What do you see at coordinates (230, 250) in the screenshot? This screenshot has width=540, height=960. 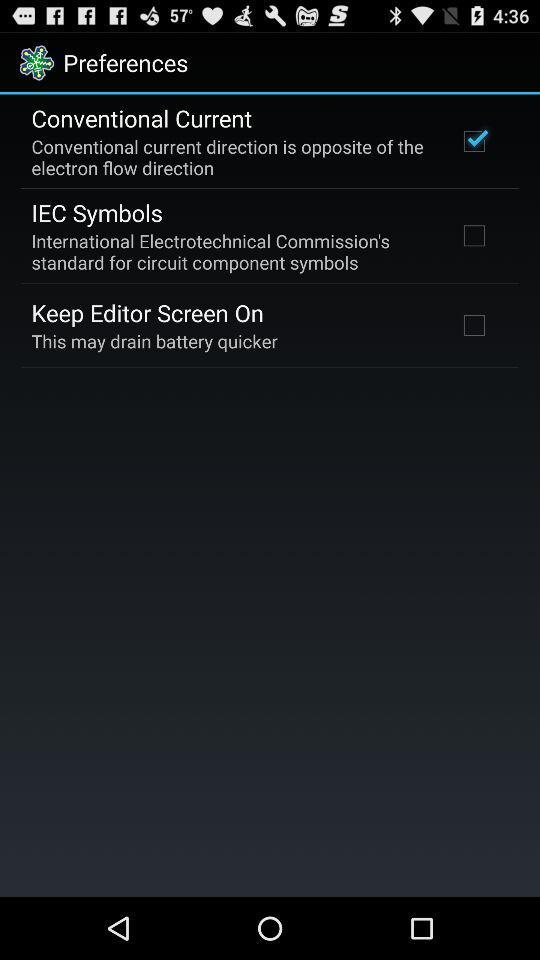 I see `the app below the iec symbols app` at bounding box center [230, 250].